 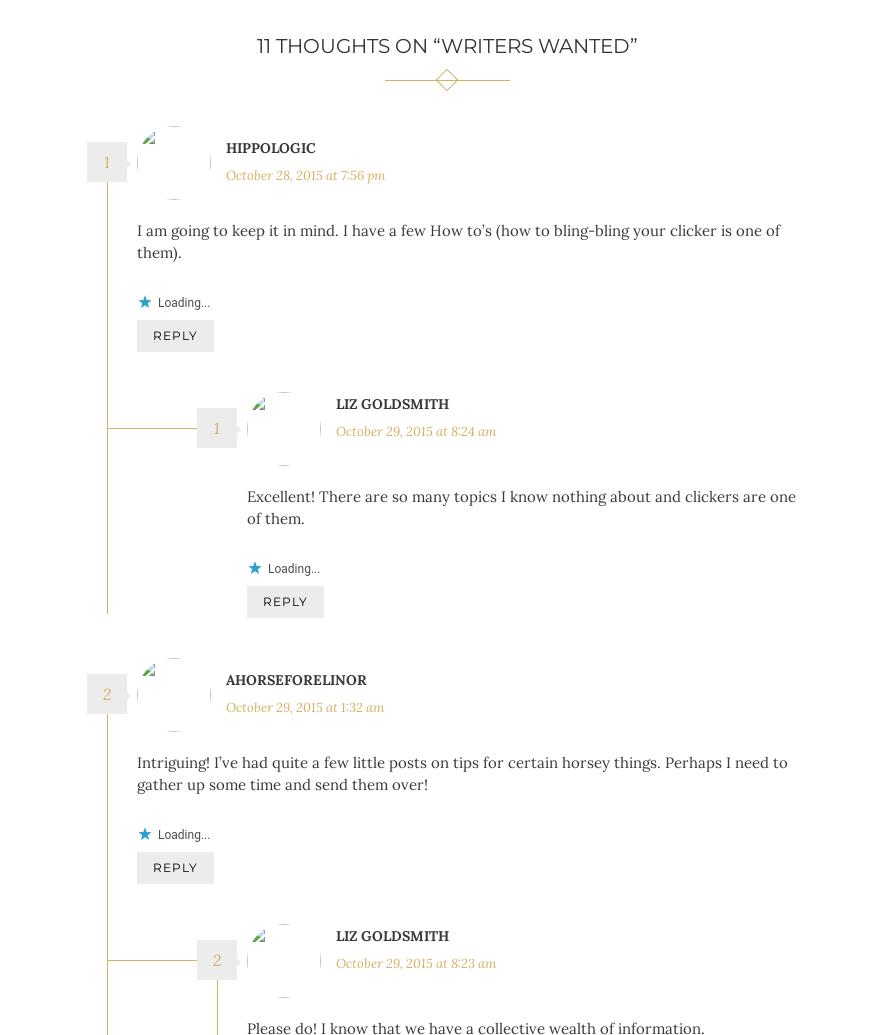 What do you see at coordinates (534, 45) in the screenshot?
I see `'Writers Wanted'` at bounding box center [534, 45].